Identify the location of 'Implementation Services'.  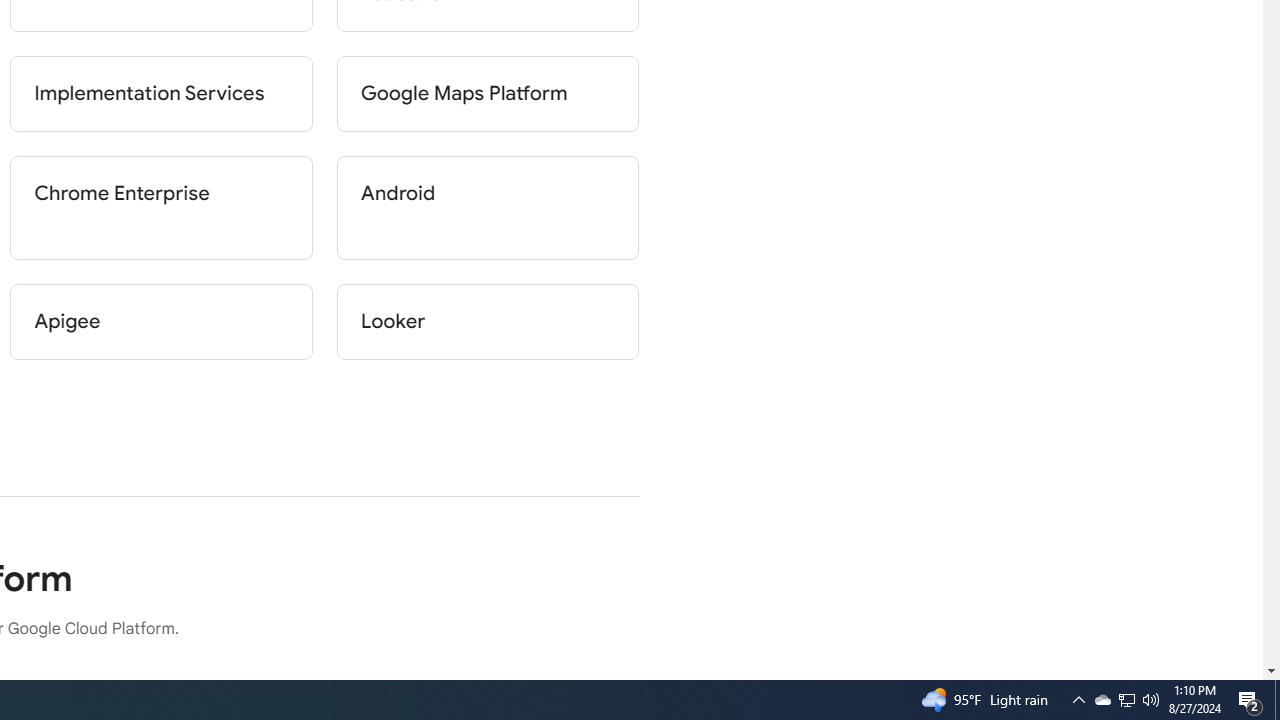
(161, 93).